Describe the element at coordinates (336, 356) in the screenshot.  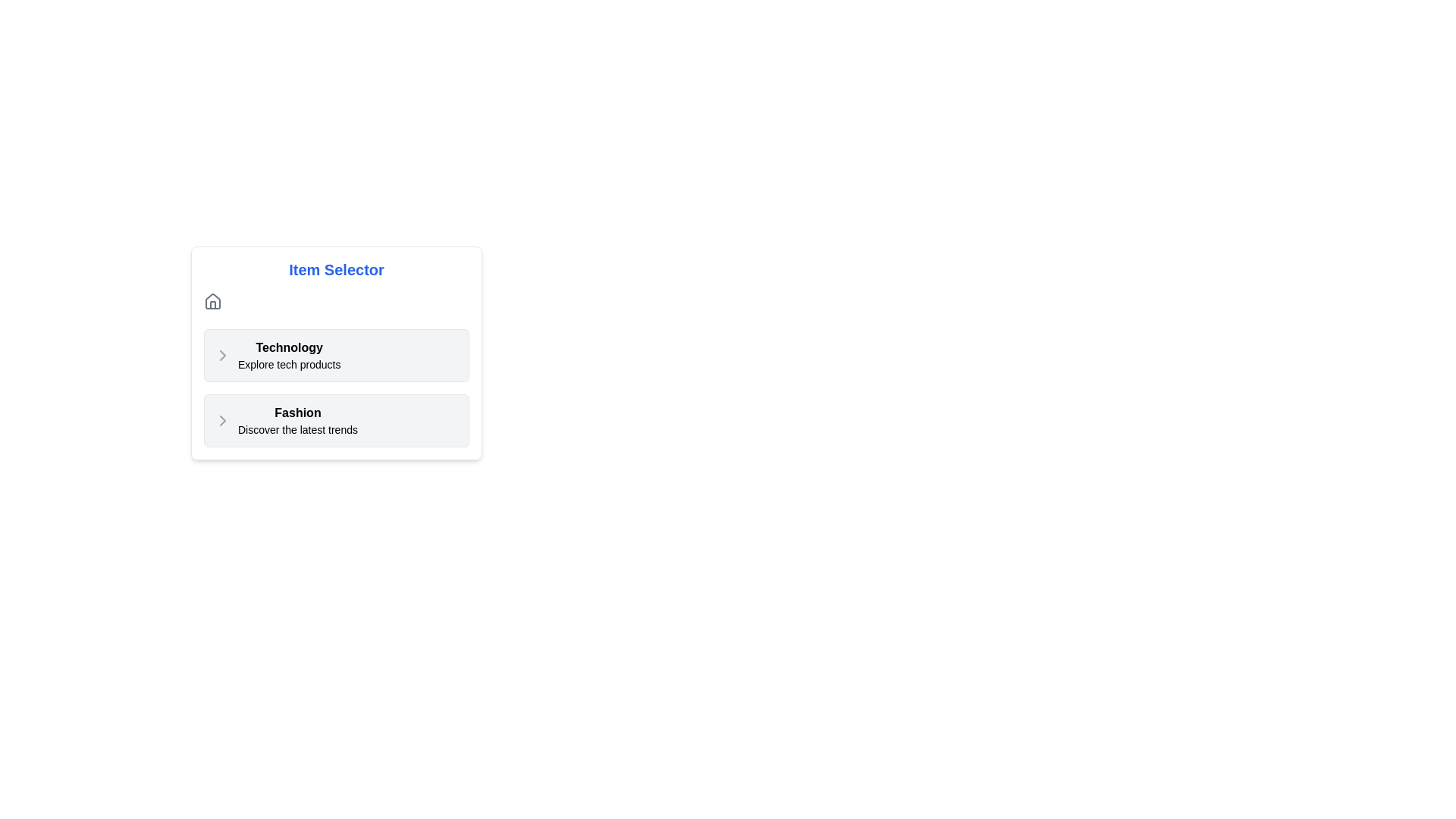
I see `the first item in the technology-related products list, which is an interactive menu option` at that location.